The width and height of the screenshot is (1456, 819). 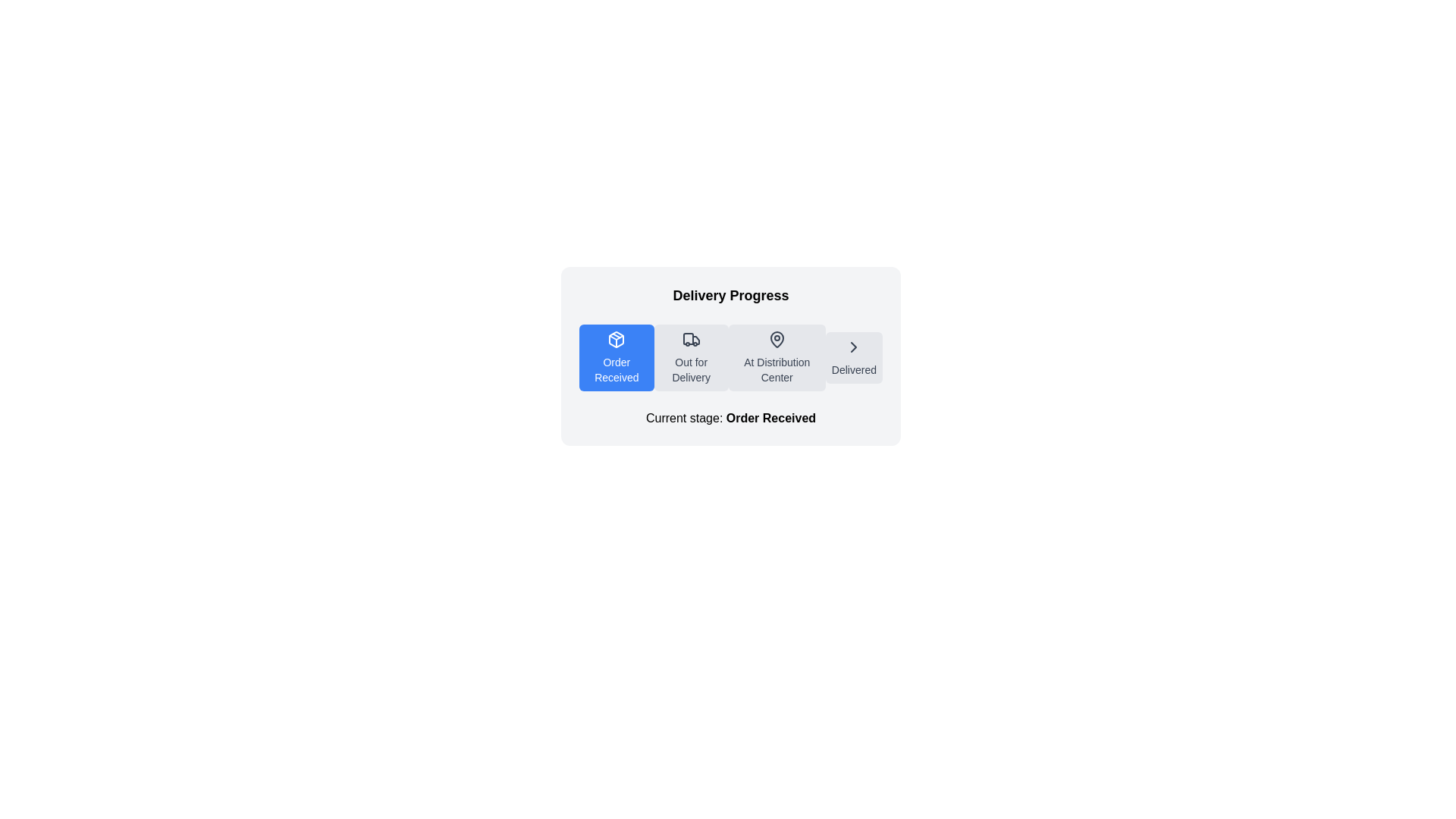 I want to click on the arrow icon pointing to the right, located to the right of the 'Delivered' label in the Delivery Progress bar, so click(x=854, y=347).